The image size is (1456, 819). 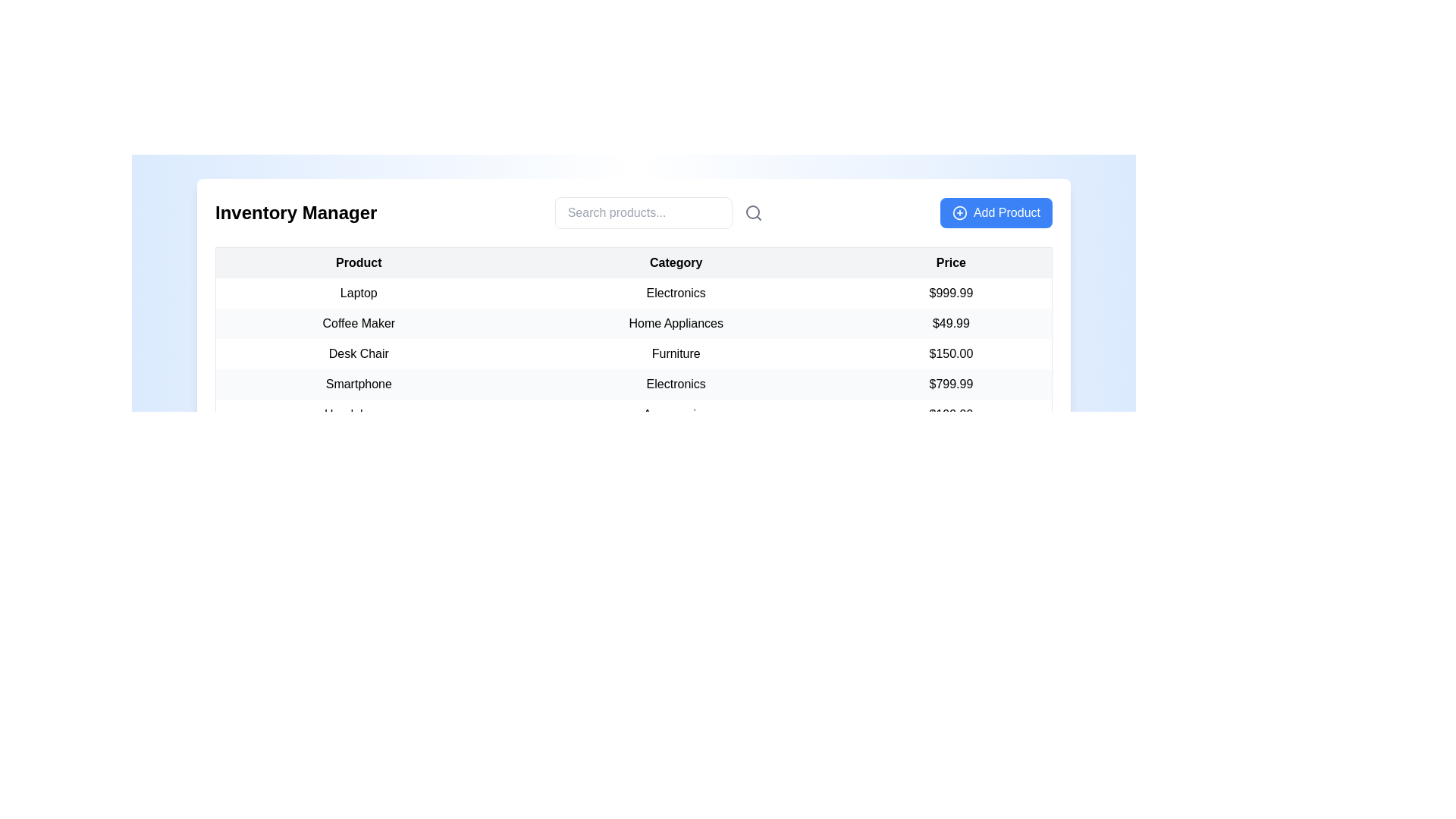 I want to click on the fourth row of the product inventory table that contains the details of the 'Smartphone', so click(x=633, y=383).